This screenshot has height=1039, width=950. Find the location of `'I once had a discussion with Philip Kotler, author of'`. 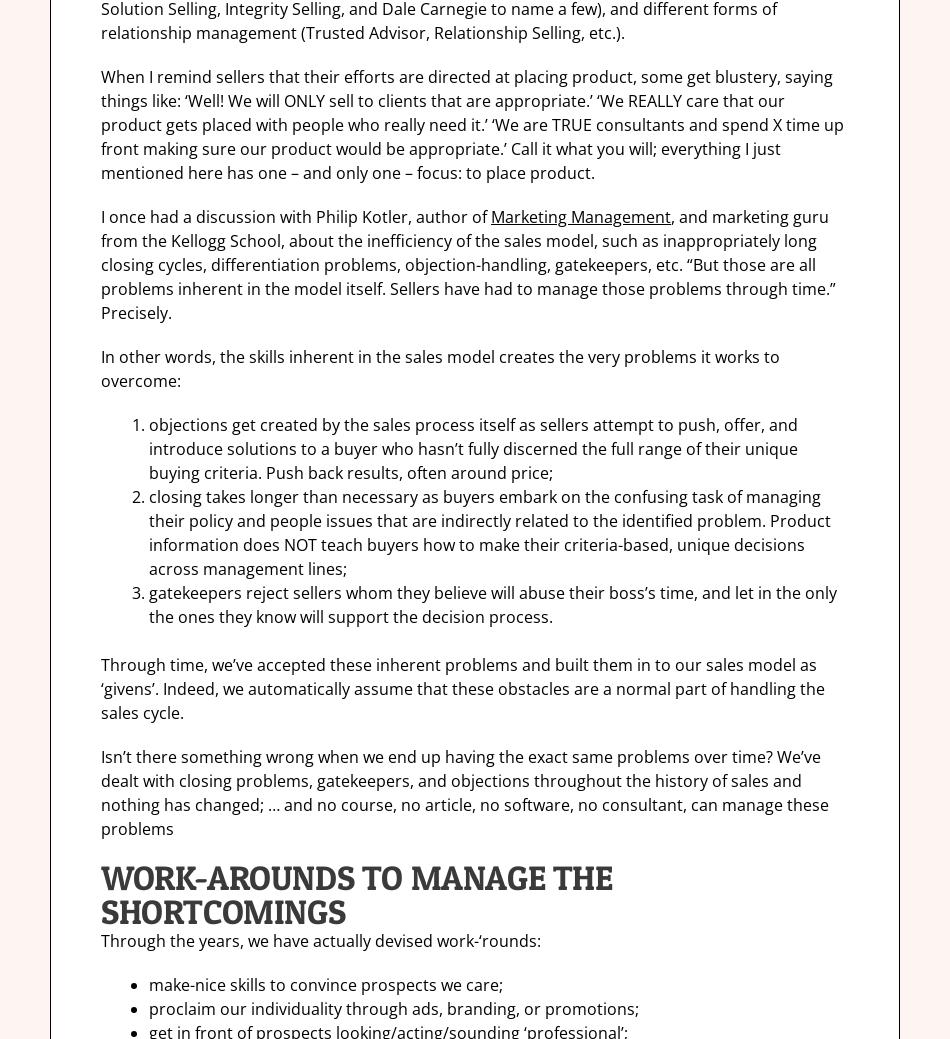

'I once had a discussion with Philip Kotler, author of' is located at coordinates (100, 217).